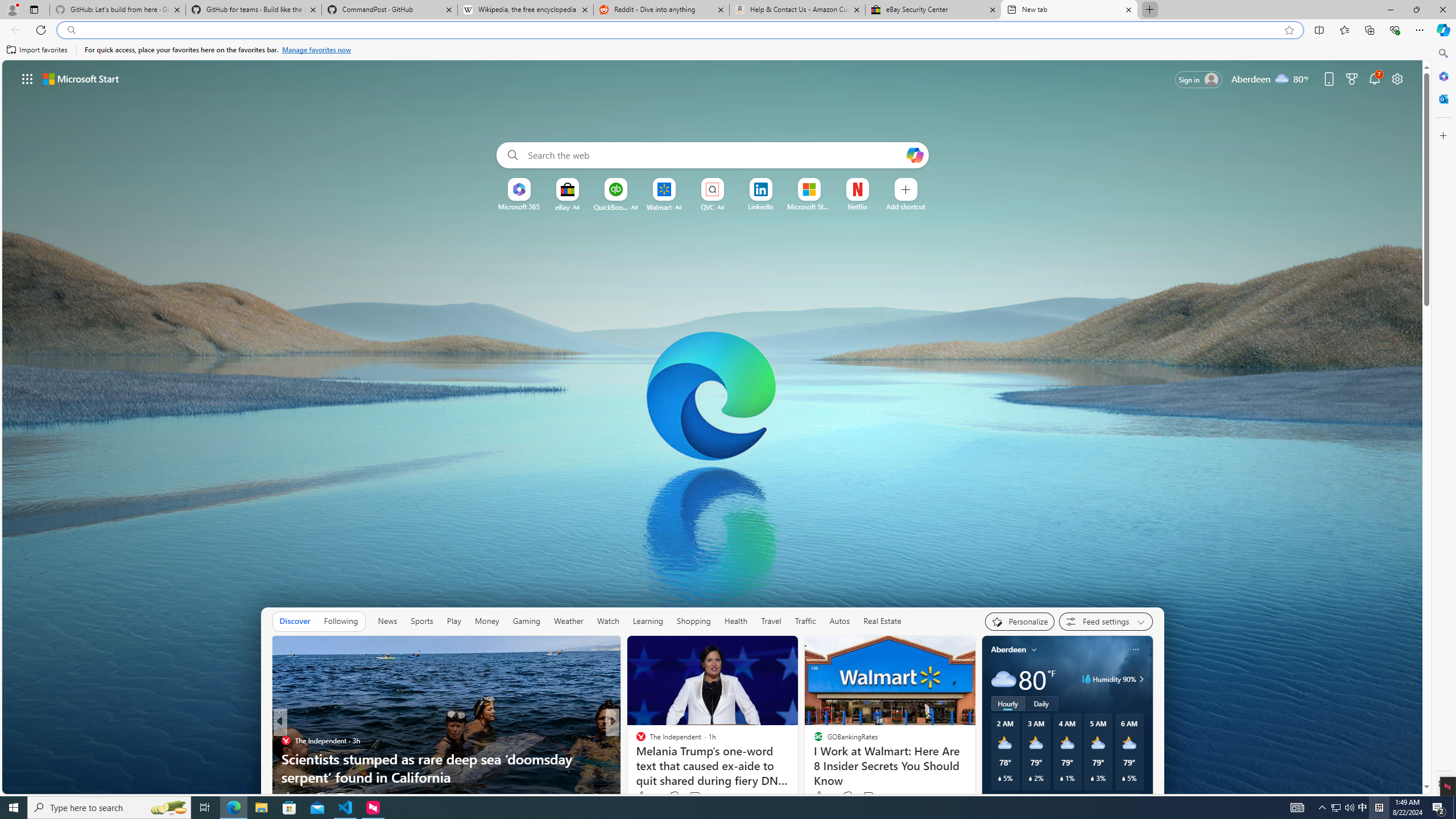 This screenshot has width=1456, height=819. What do you see at coordinates (691, 797) in the screenshot?
I see `'View comments 11 Comment'` at bounding box center [691, 797].